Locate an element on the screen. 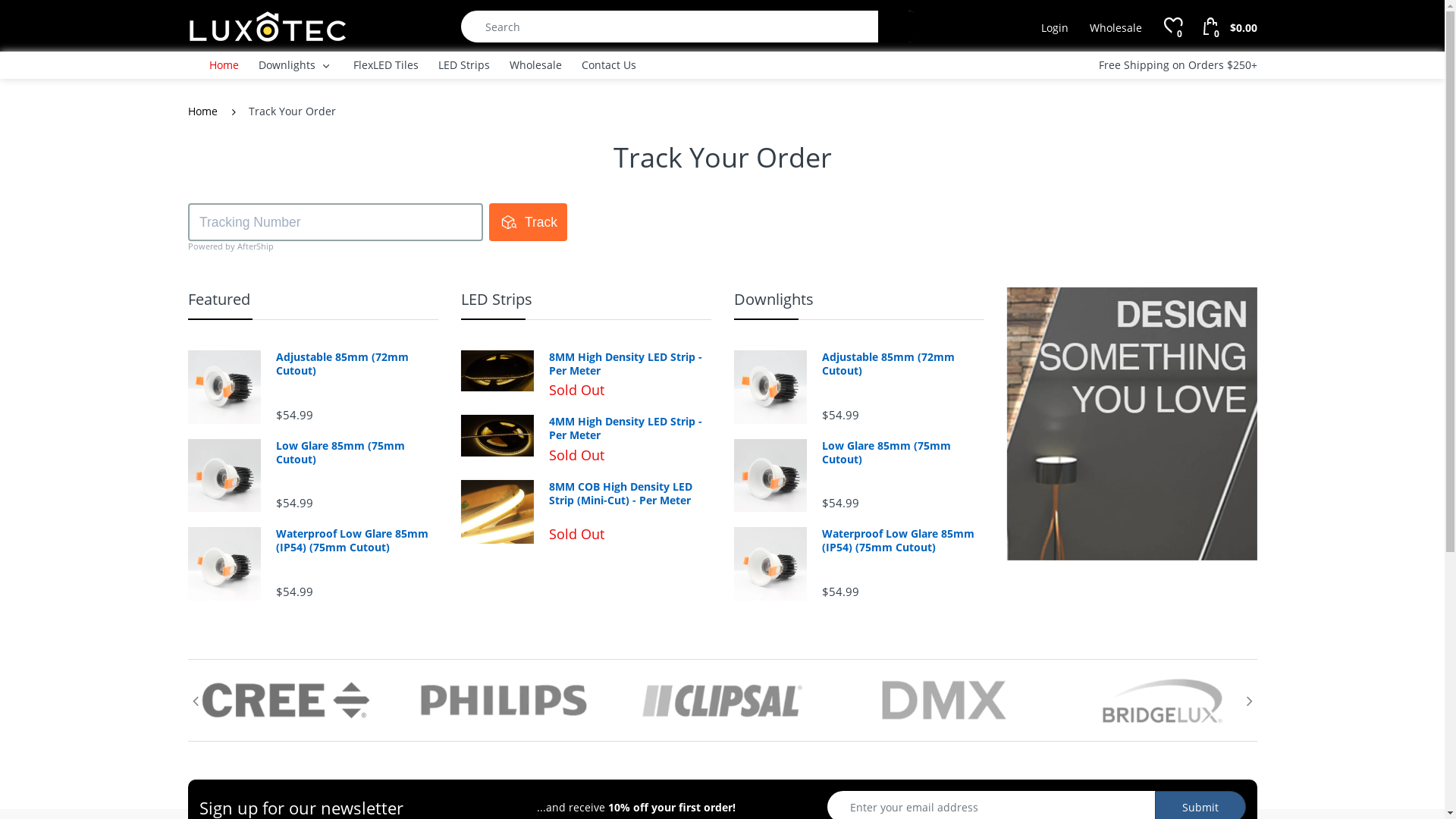  'Login' is located at coordinates (1054, 28).